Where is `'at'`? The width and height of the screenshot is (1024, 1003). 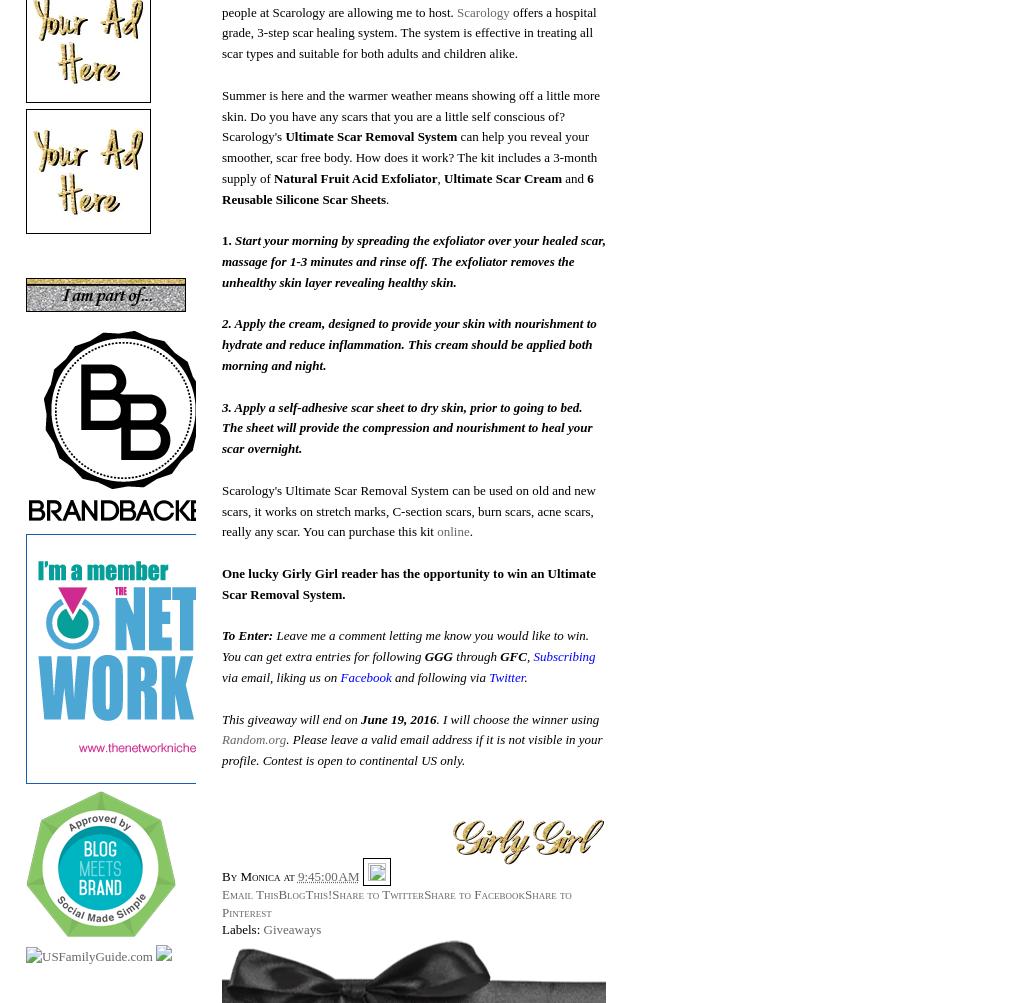
'at' is located at coordinates (283, 875).